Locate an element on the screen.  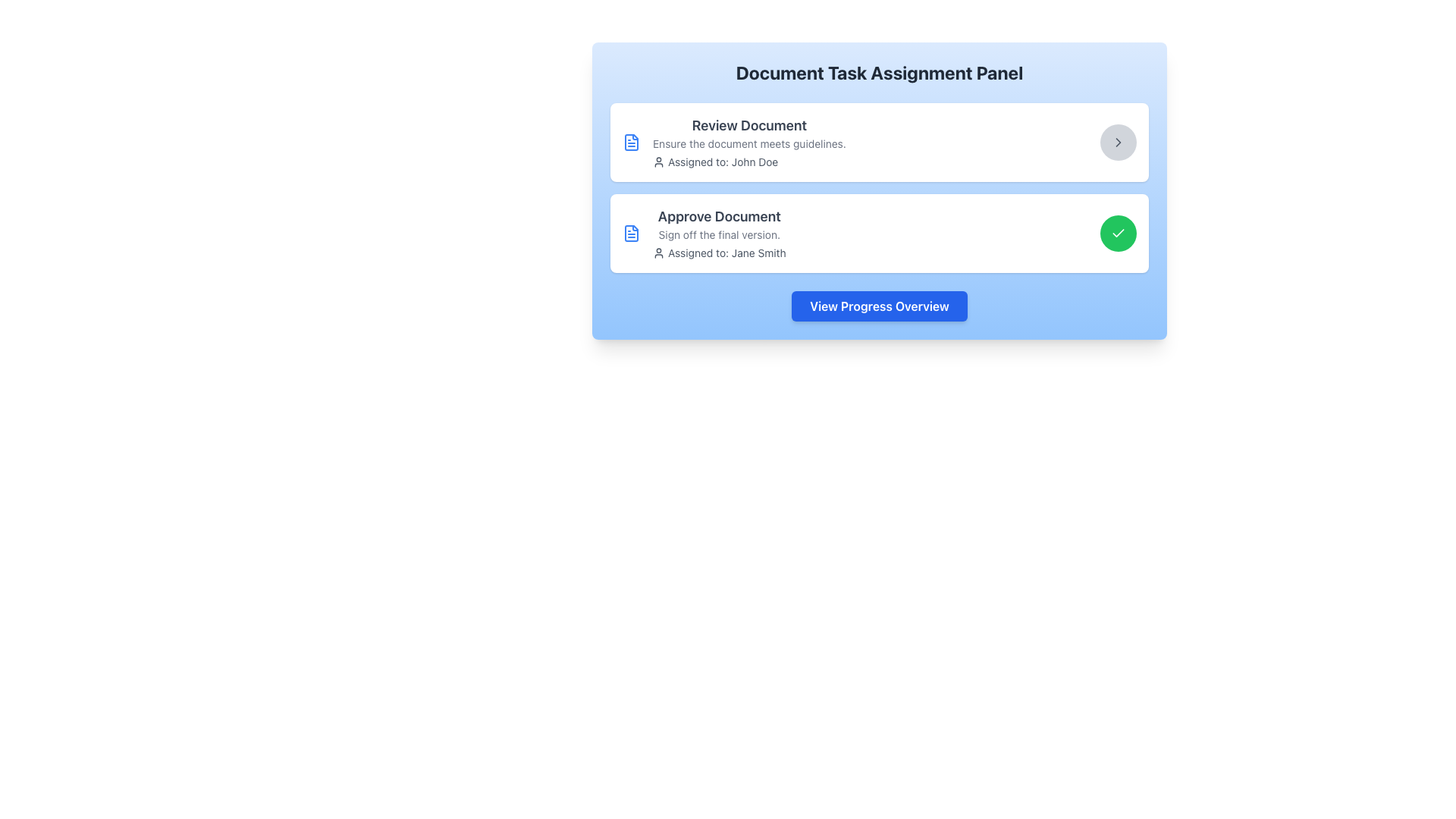
the small blue file icon located to the left of the 'Approve Document' text in the task section is located at coordinates (632, 234).